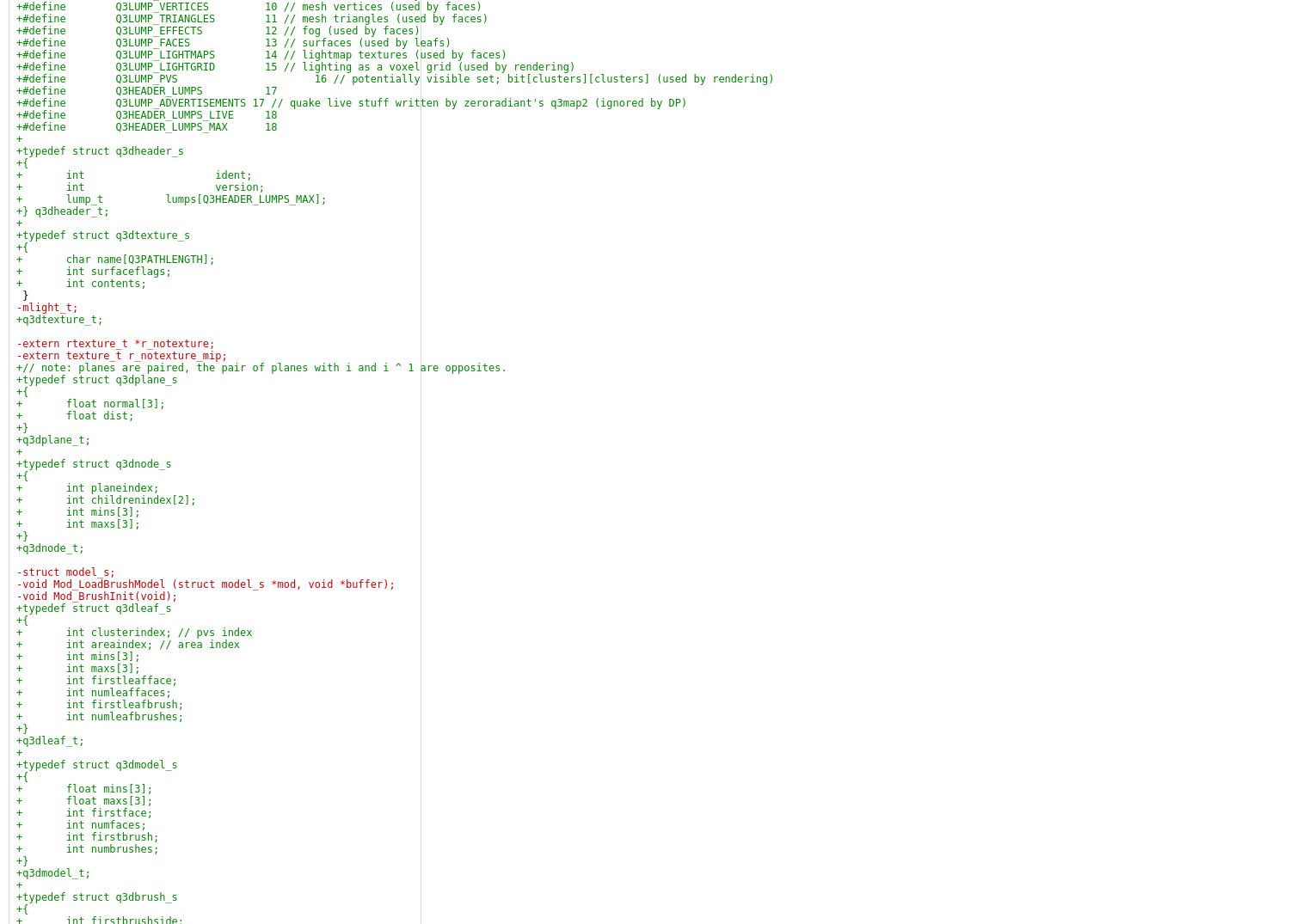  Describe the element at coordinates (204, 584) in the screenshot. I see `'-void Mod_LoadBrushModel (struct model_s *mod, void *buffer);'` at that location.